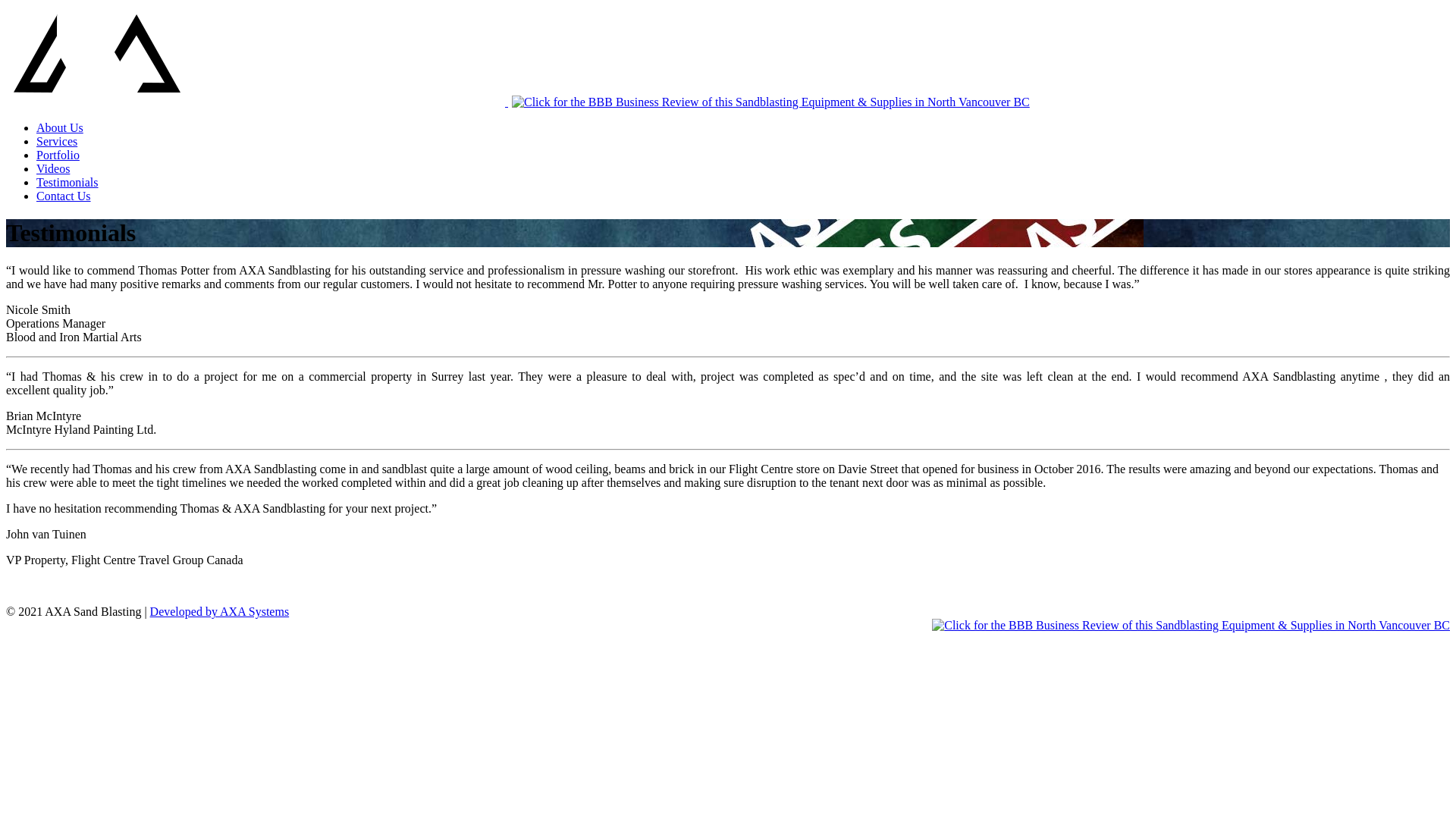  Describe the element at coordinates (59, 127) in the screenshot. I see `'About Us'` at that location.